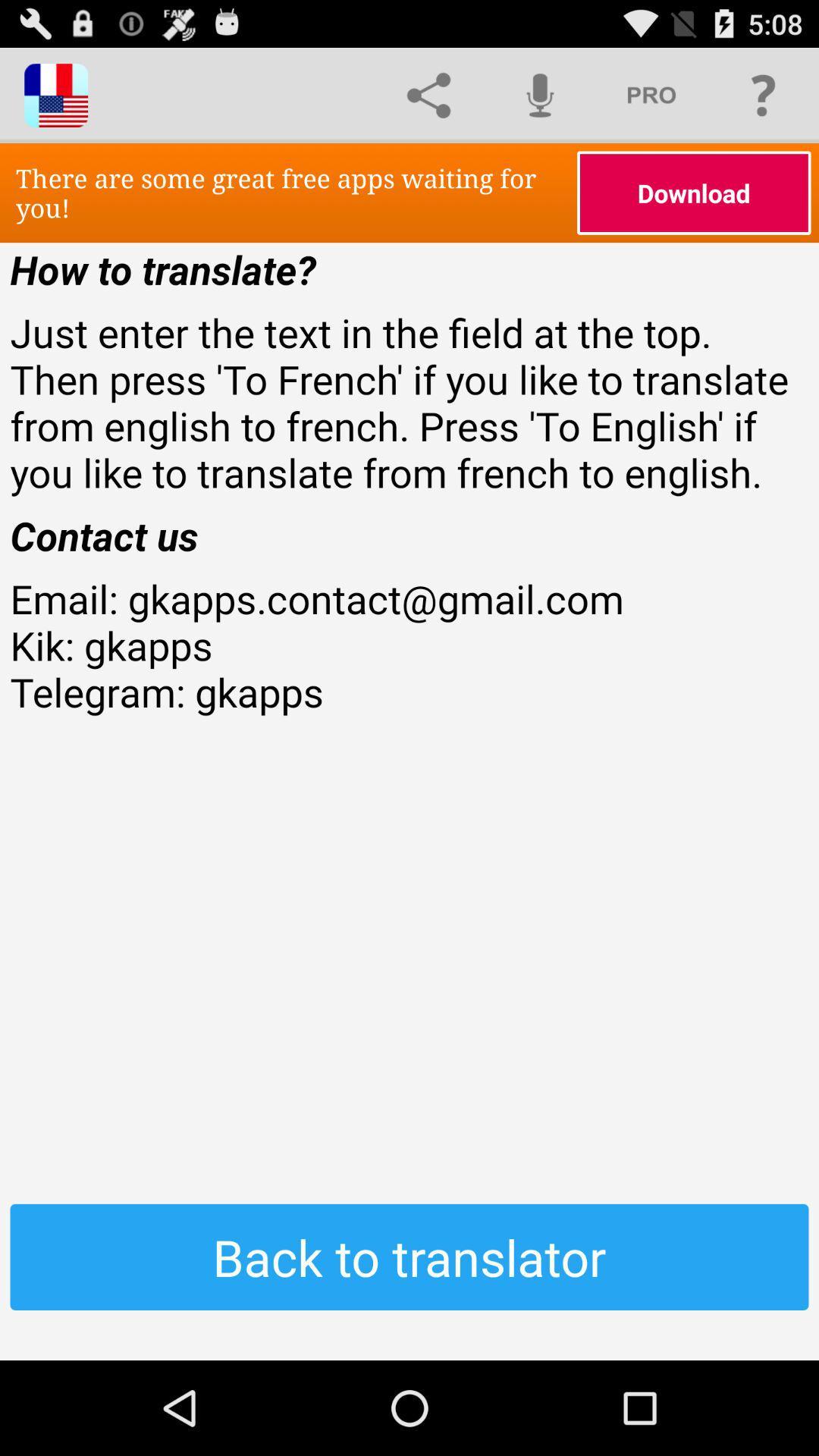 The image size is (819, 1456). What do you see at coordinates (409, 402) in the screenshot?
I see `just enter the app` at bounding box center [409, 402].